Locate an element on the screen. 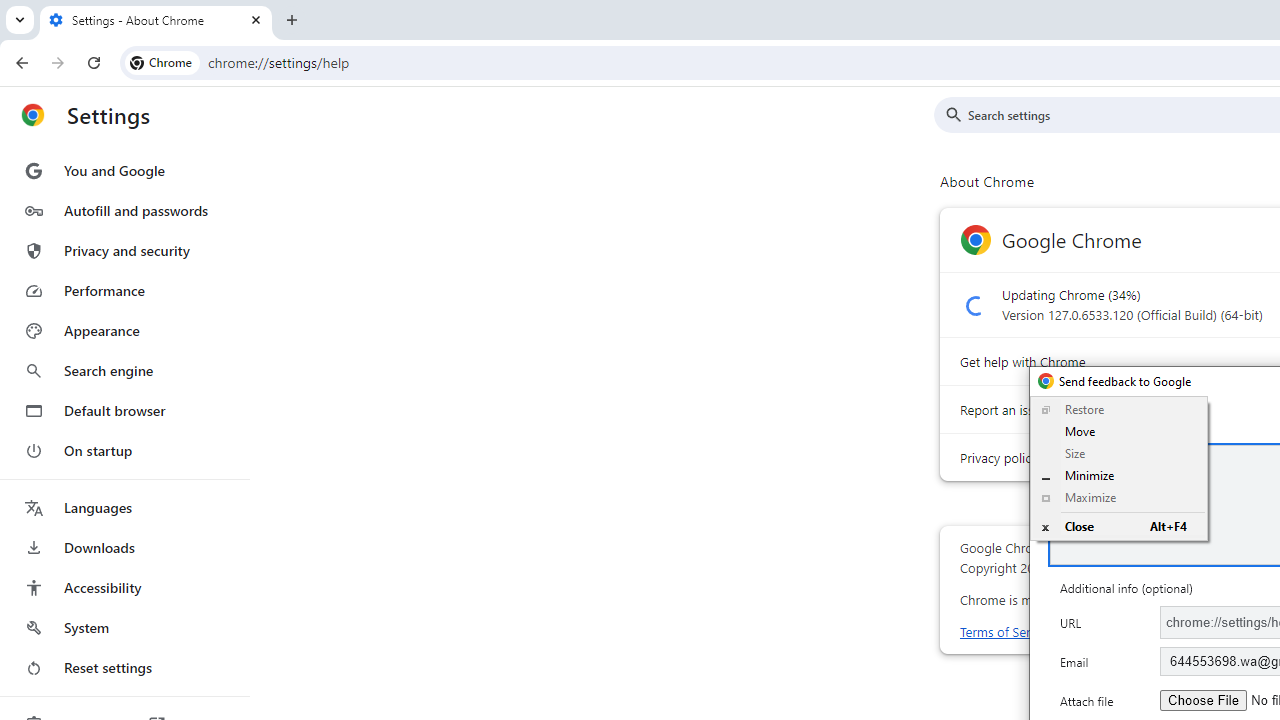  'Reset settings' is located at coordinates (123, 668).